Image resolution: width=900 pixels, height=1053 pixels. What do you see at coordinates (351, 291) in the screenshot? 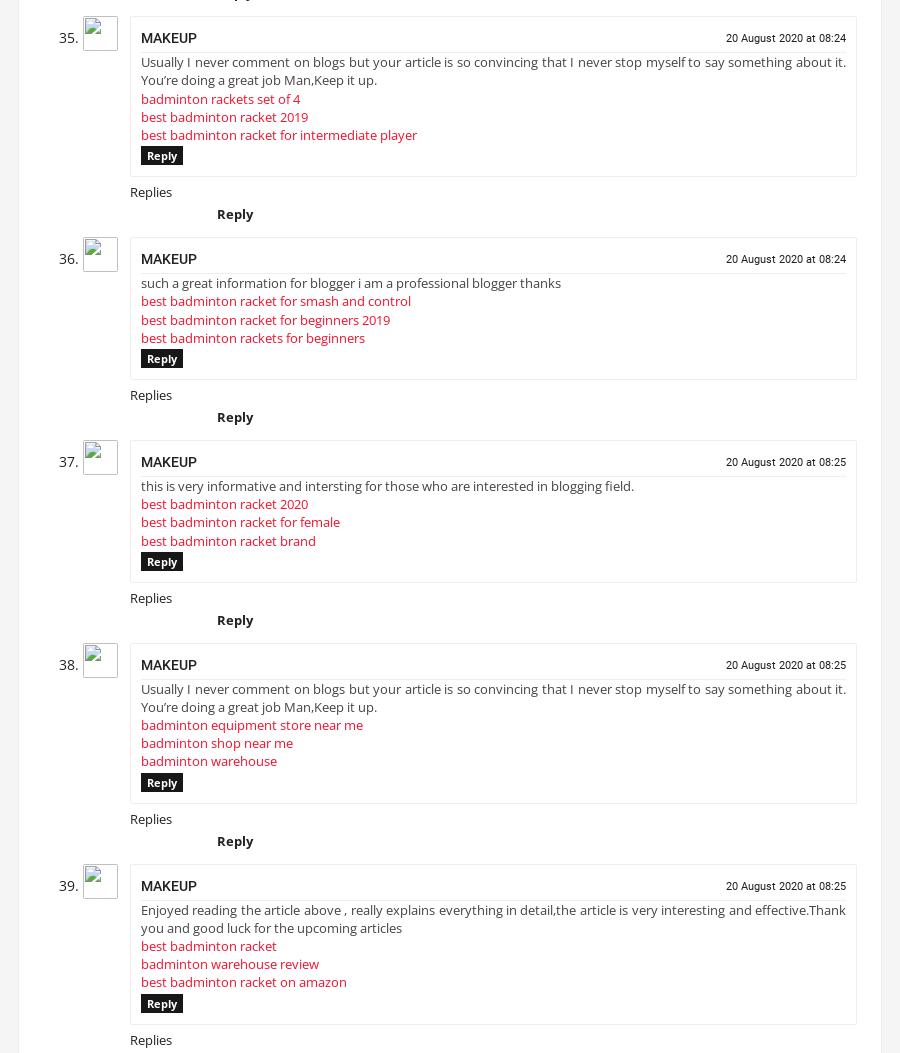
I see `'such a great information for blogger i am a professional blogger thanks'` at bounding box center [351, 291].